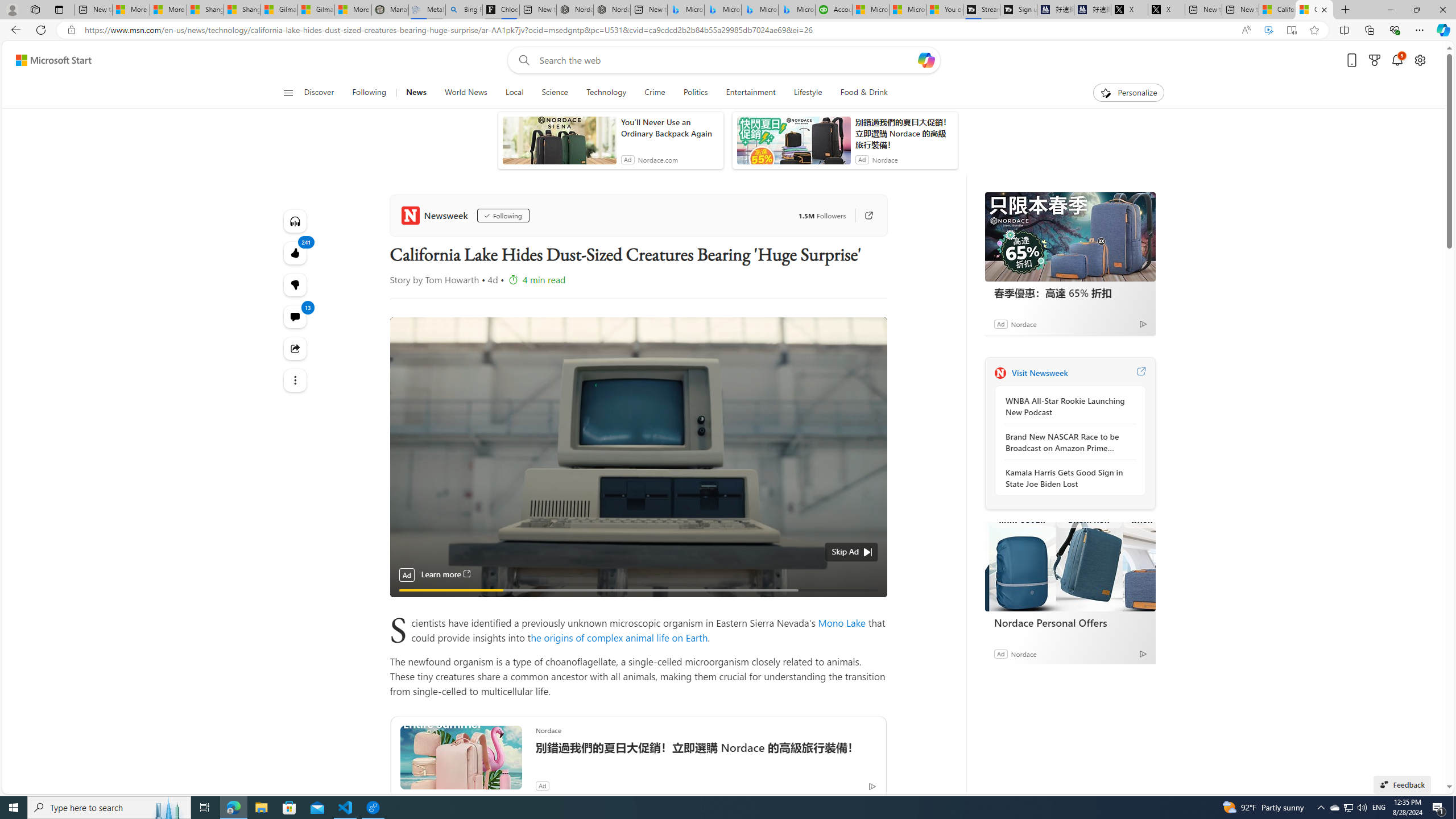 This screenshot has width=1456, height=819. Describe the element at coordinates (466, 92) in the screenshot. I see `'World News'` at that location.